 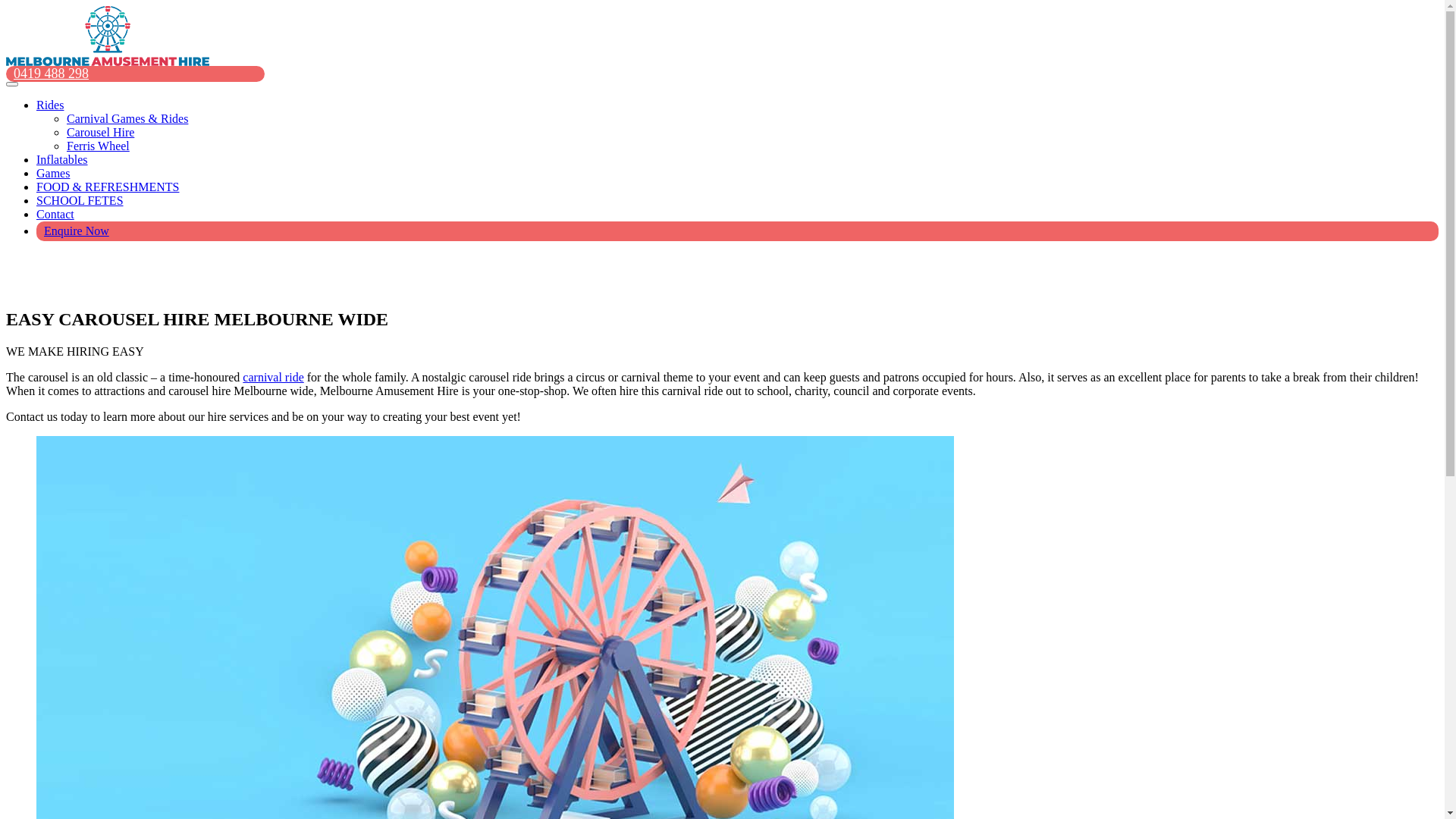 I want to click on 'FOOD & REFRESHMENTS', so click(x=107, y=186).